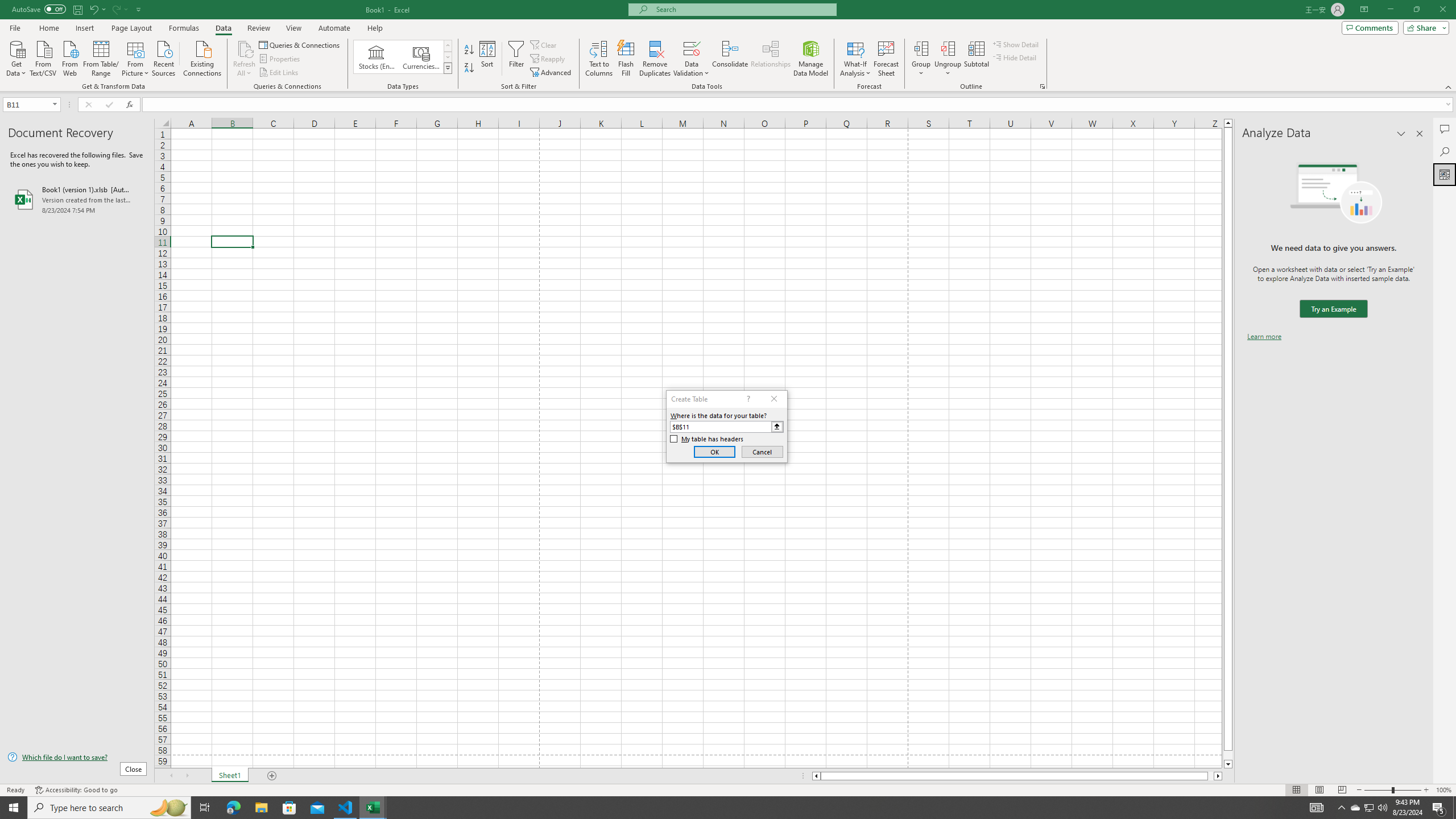 This screenshot has width=1456, height=819. Describe the element at coordinates (810, 59) in the screenshot. I see `'Manage Data Model'` at that location.